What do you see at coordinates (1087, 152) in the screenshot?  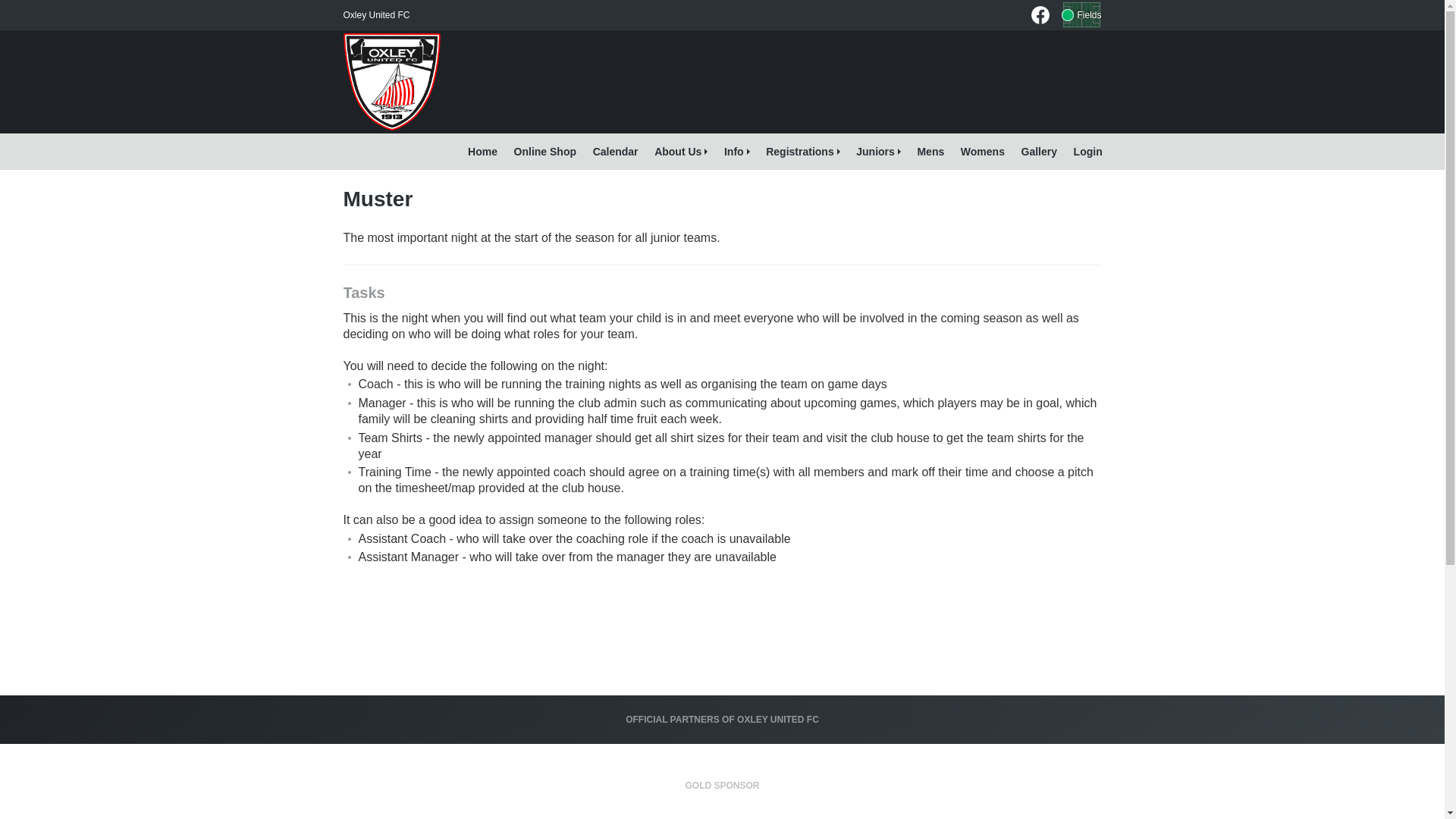 I see `'Login'` at bounding box center [1087, 152].